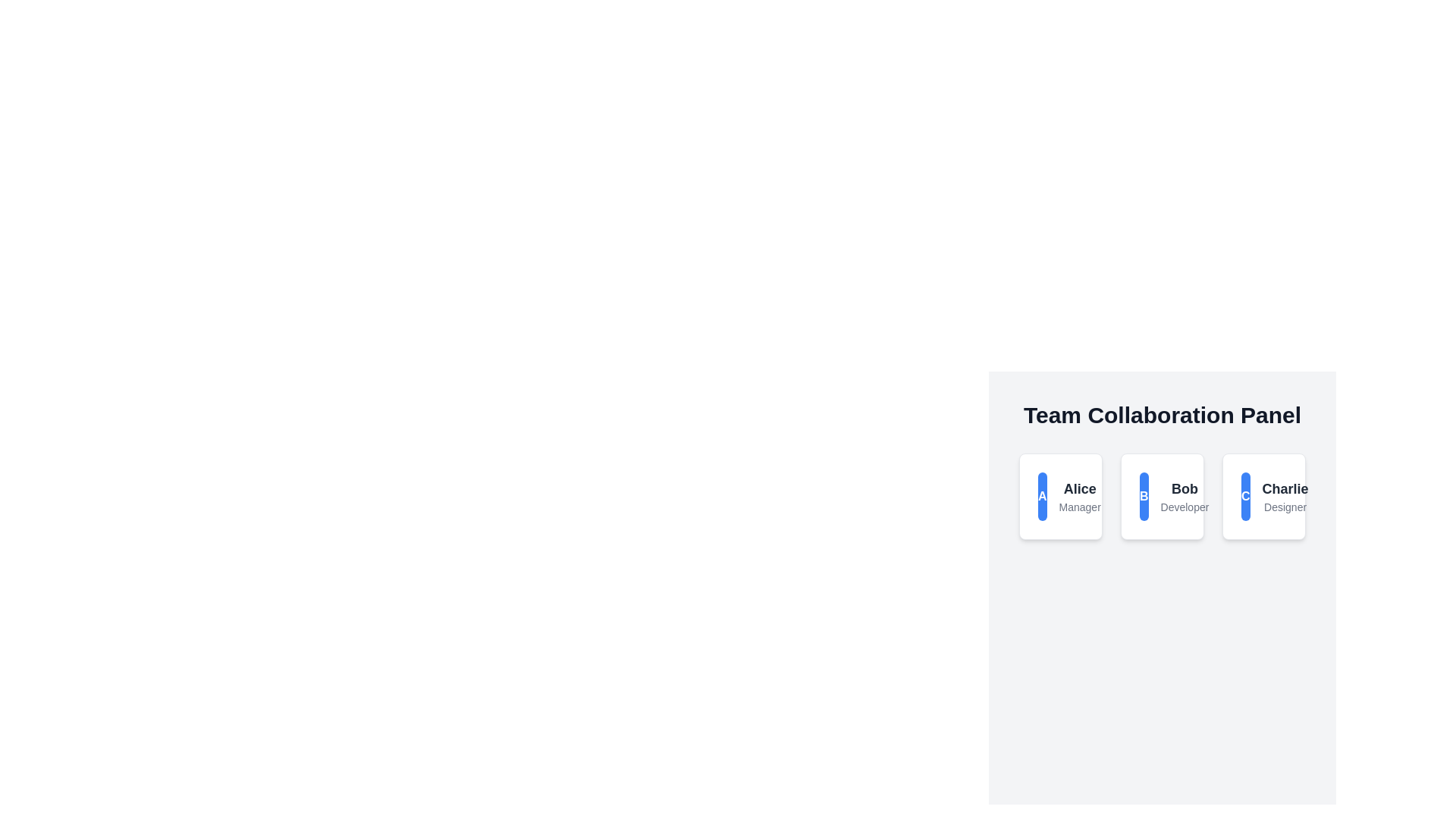 The height and width of the screenshot is (819, 1456). Describe the element at coordinates (1184, 507) in the screenshot. I see `the text label indicating the user's role as 'Developer', which is located beneath the name 'Bob' in the user profile card` at that location.